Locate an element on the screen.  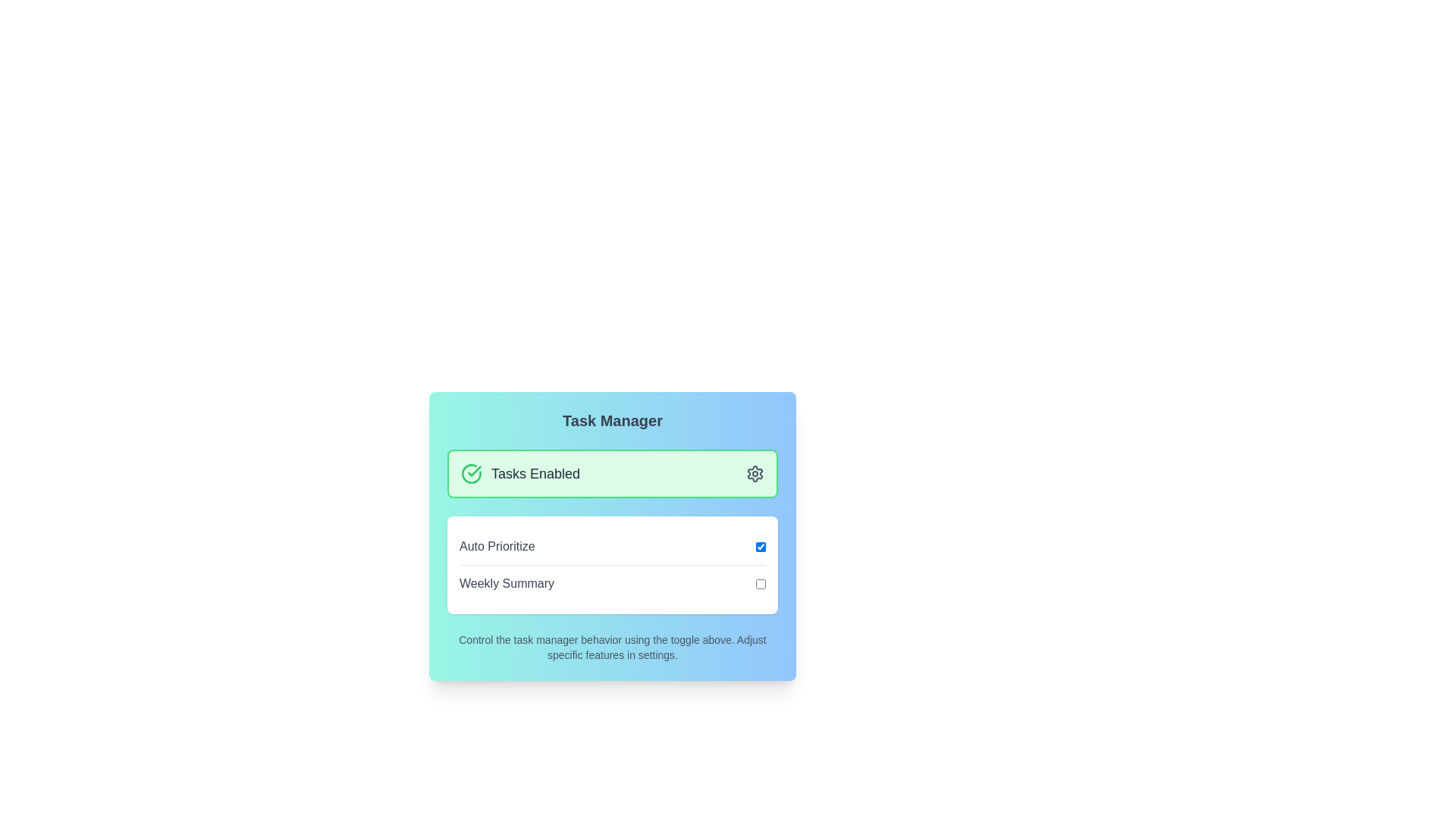
the static text label providing guidance about the task manager, located in the bottom section of the 'Task Manager' card, below the 'Weekly Summary' toggle row is located at coordinates (612, 647).